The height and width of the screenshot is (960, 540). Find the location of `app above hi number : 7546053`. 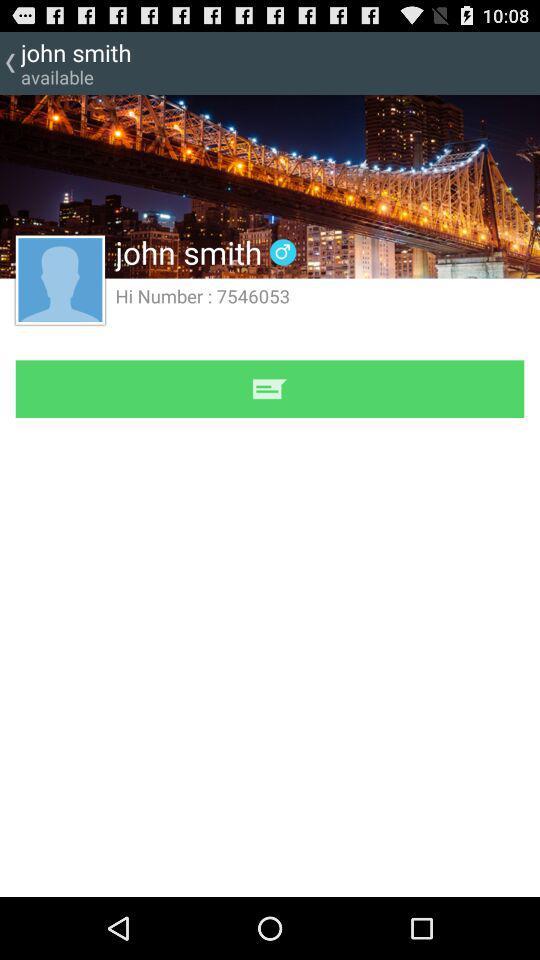

app above hi number : 7546053 is located at coordinates (270, 186).